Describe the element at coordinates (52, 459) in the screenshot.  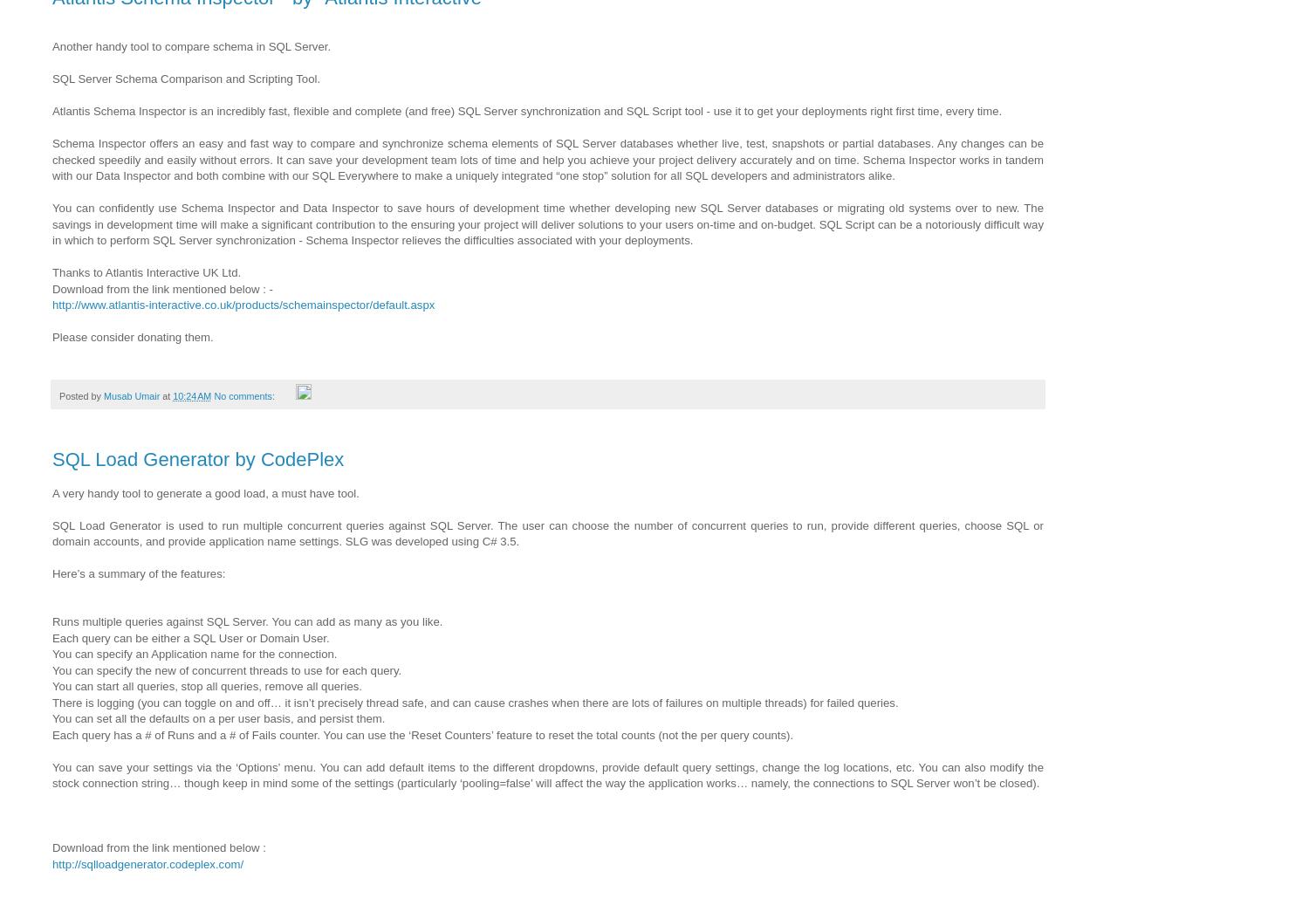
I see `'SQL Load Generator by CodePlex'` at that location.